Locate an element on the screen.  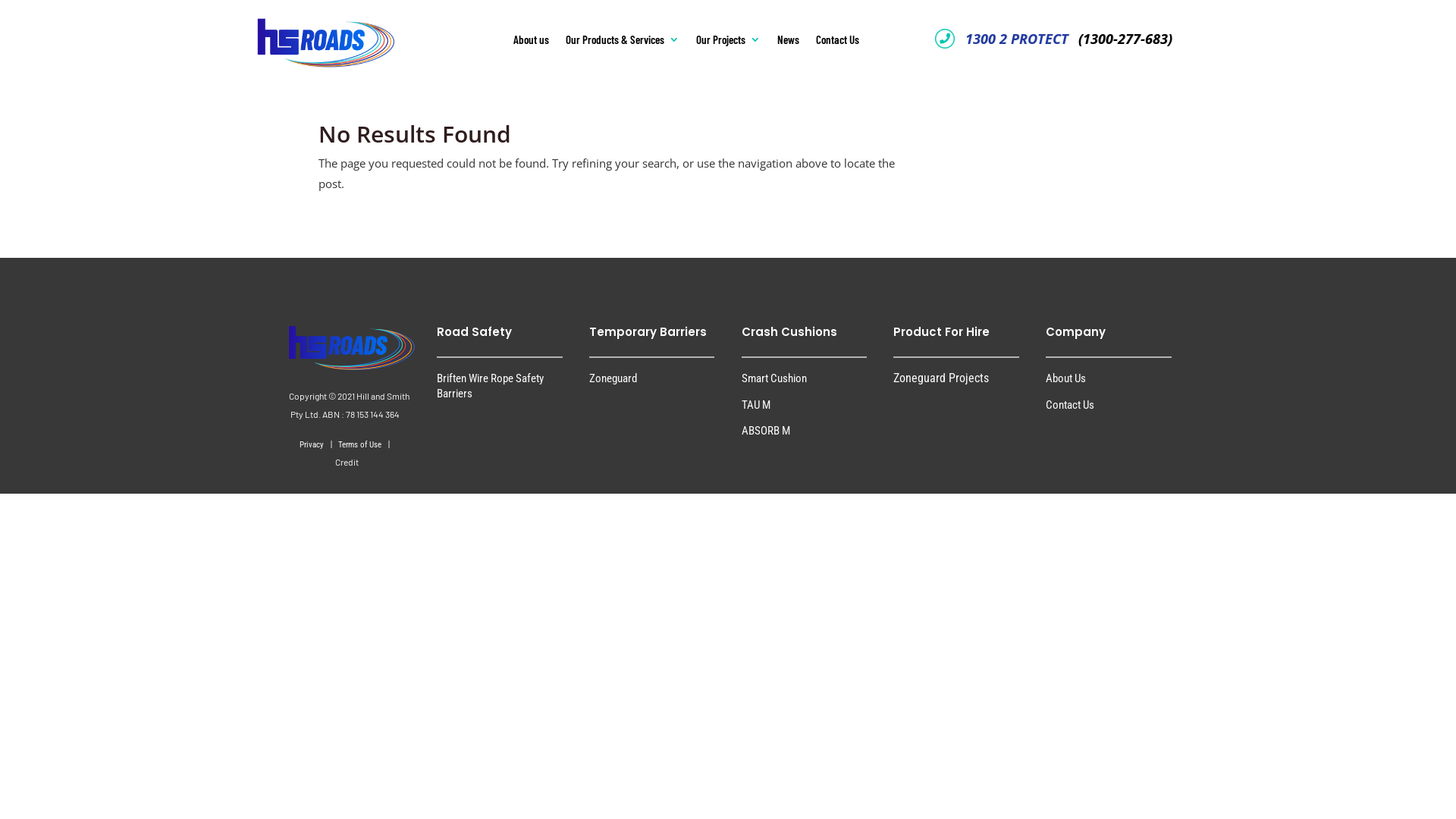
'About Us' is located at coordinates (1044, 377).